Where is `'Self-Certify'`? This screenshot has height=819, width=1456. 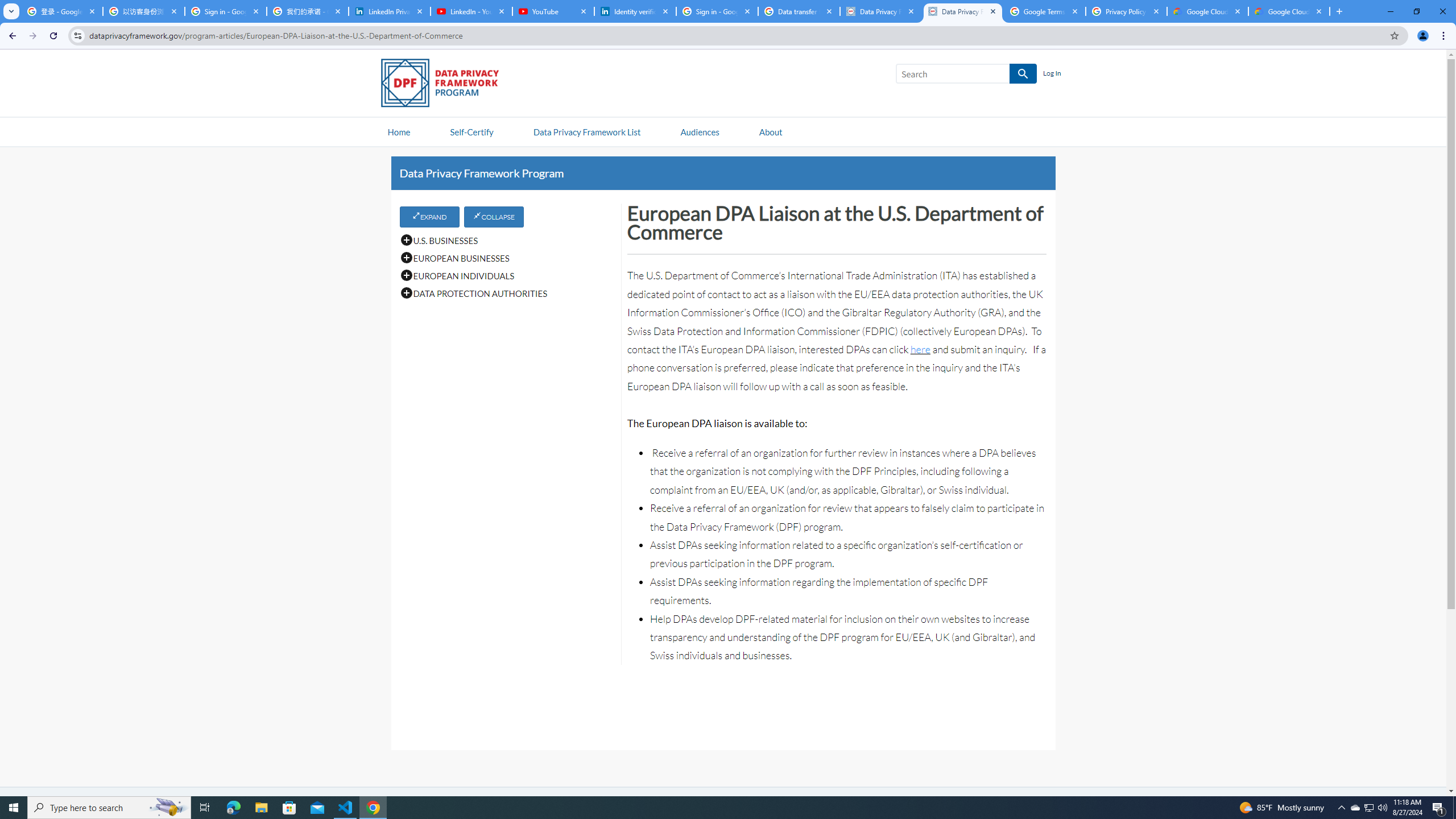
'Self-Certify' is located at coordinates (471, 131).